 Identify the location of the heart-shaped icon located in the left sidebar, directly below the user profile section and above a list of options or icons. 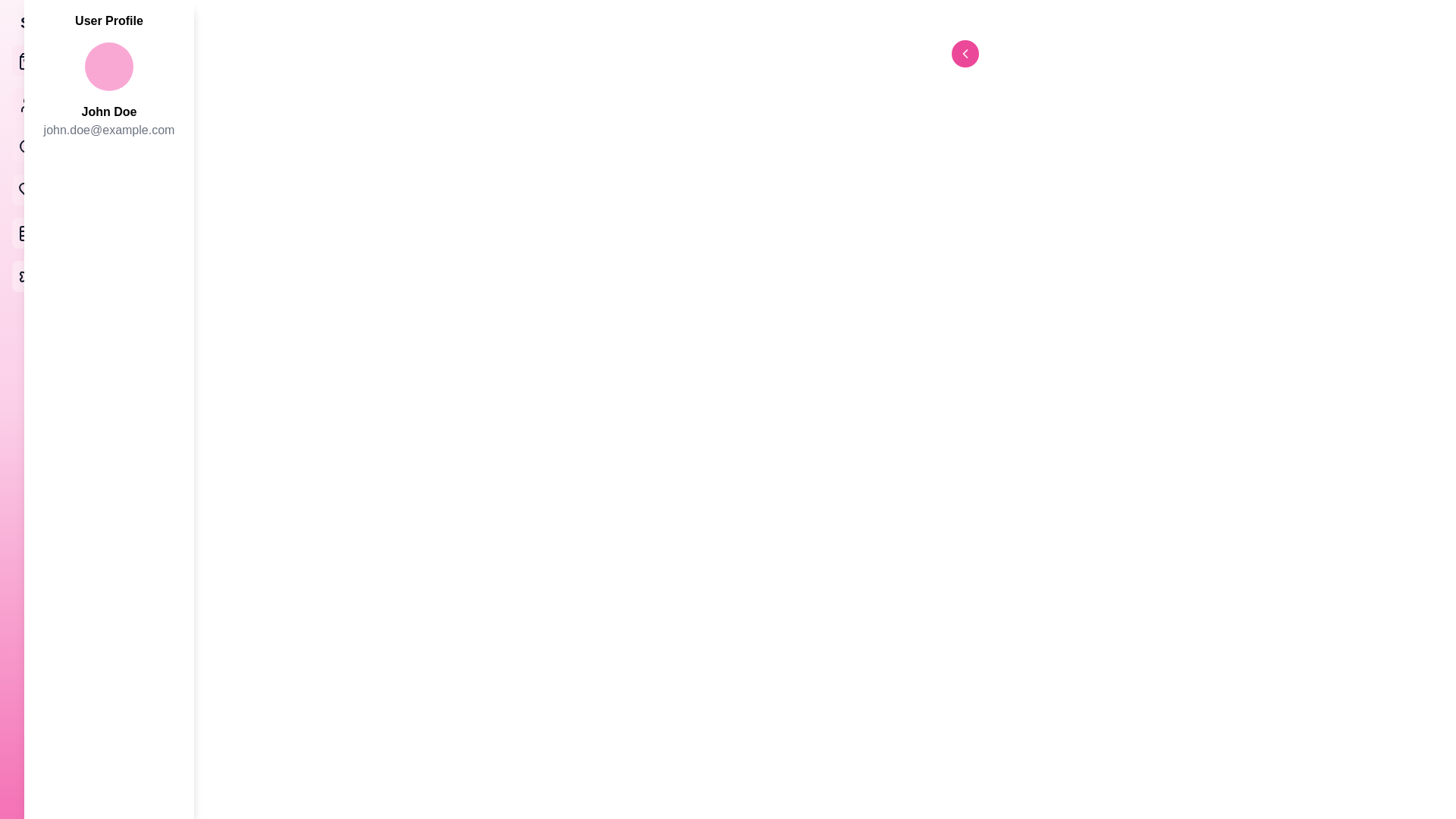
(27, 189).